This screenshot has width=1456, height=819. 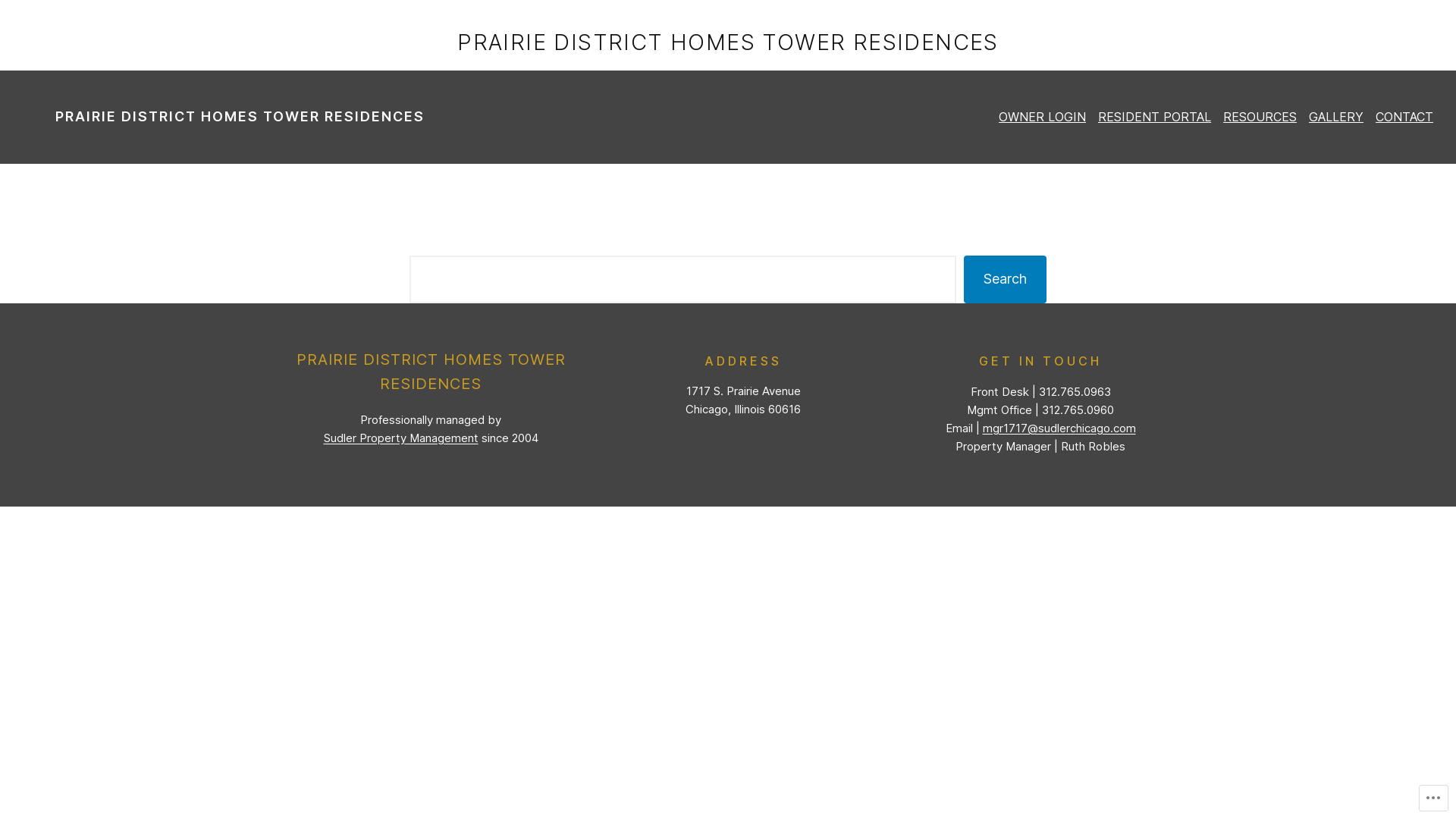 What do you see at coordinates (1153, 116) in the screenshot?
I see `'RESIDENT PORTAL'` at bounding box center [1153, 116].